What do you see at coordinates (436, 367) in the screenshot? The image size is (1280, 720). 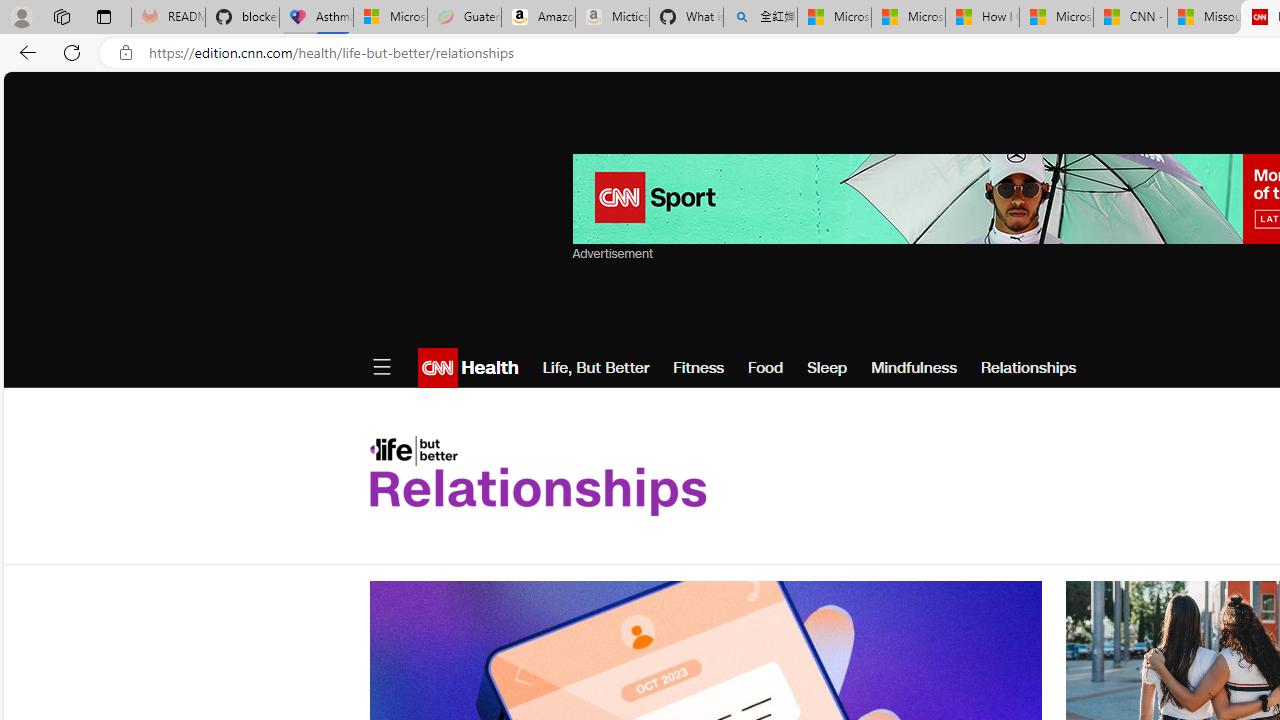 I see `'CNN logo'` at bounding box center [436, 367].